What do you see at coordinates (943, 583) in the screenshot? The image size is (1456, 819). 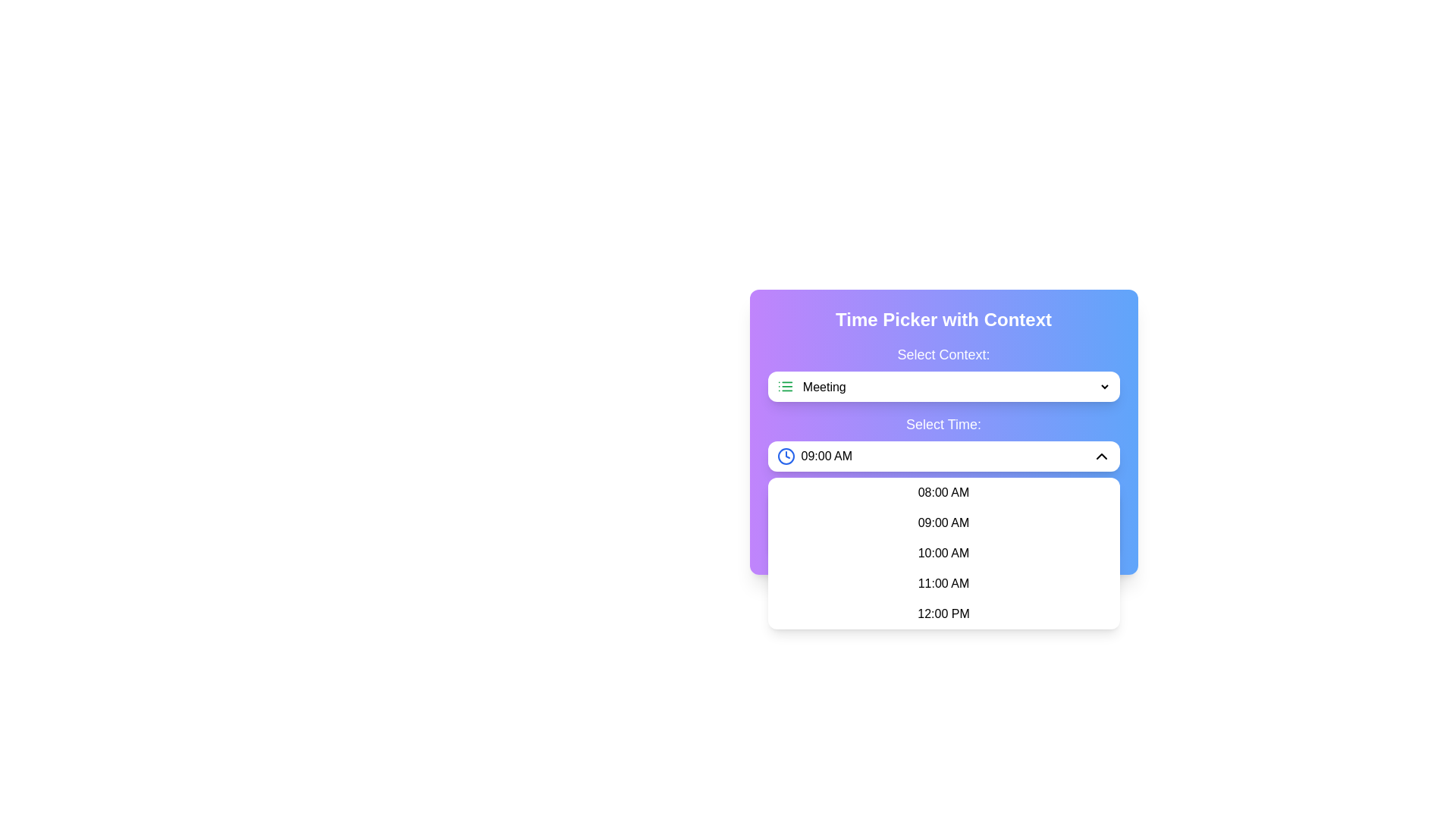 I see `the selectable time option '11:00 AM' in the dropdown to trigger a visual change` at bounding box center [943, 583].